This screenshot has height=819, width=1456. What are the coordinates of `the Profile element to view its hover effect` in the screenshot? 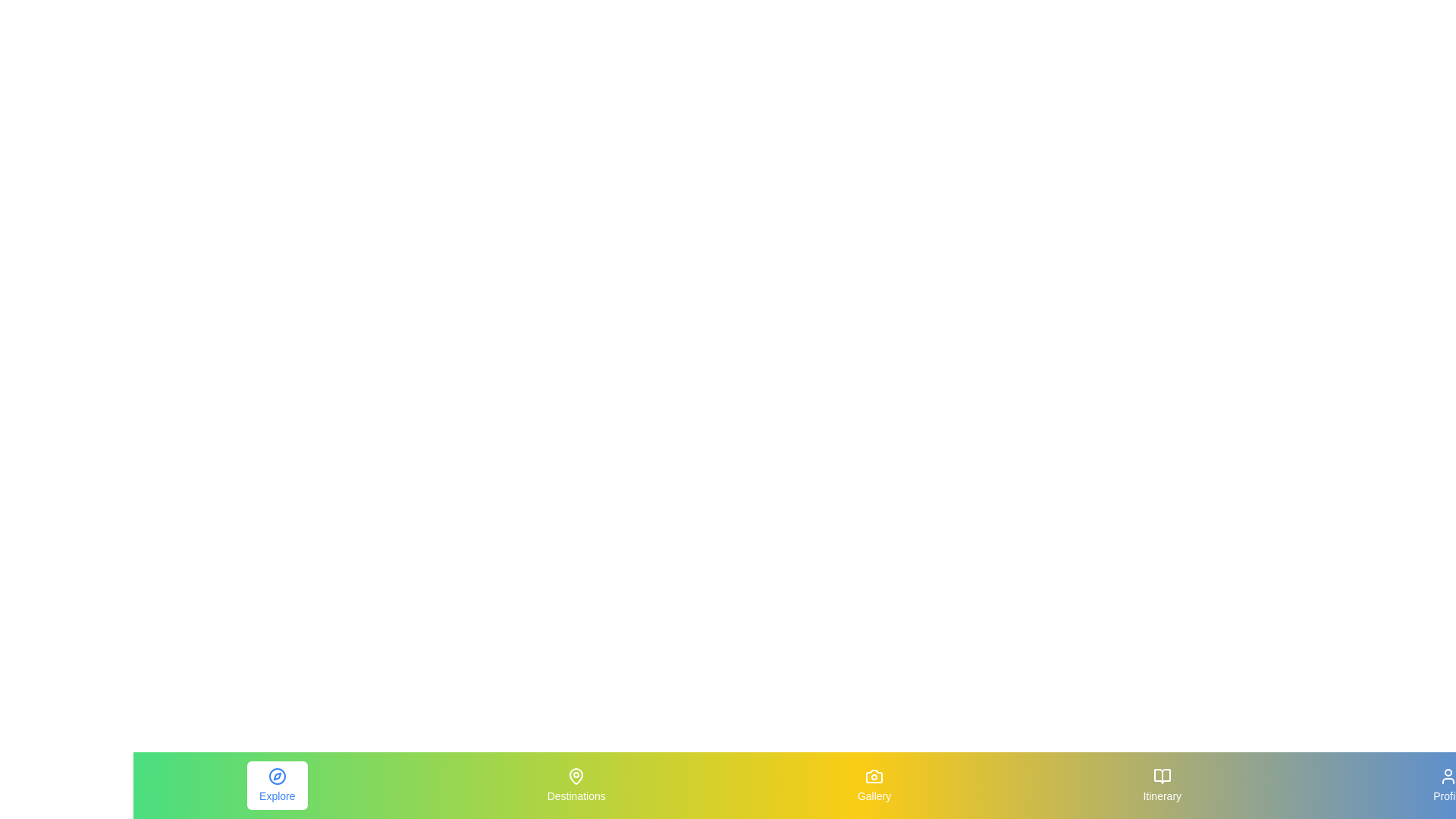 It's located at (1448, 785).